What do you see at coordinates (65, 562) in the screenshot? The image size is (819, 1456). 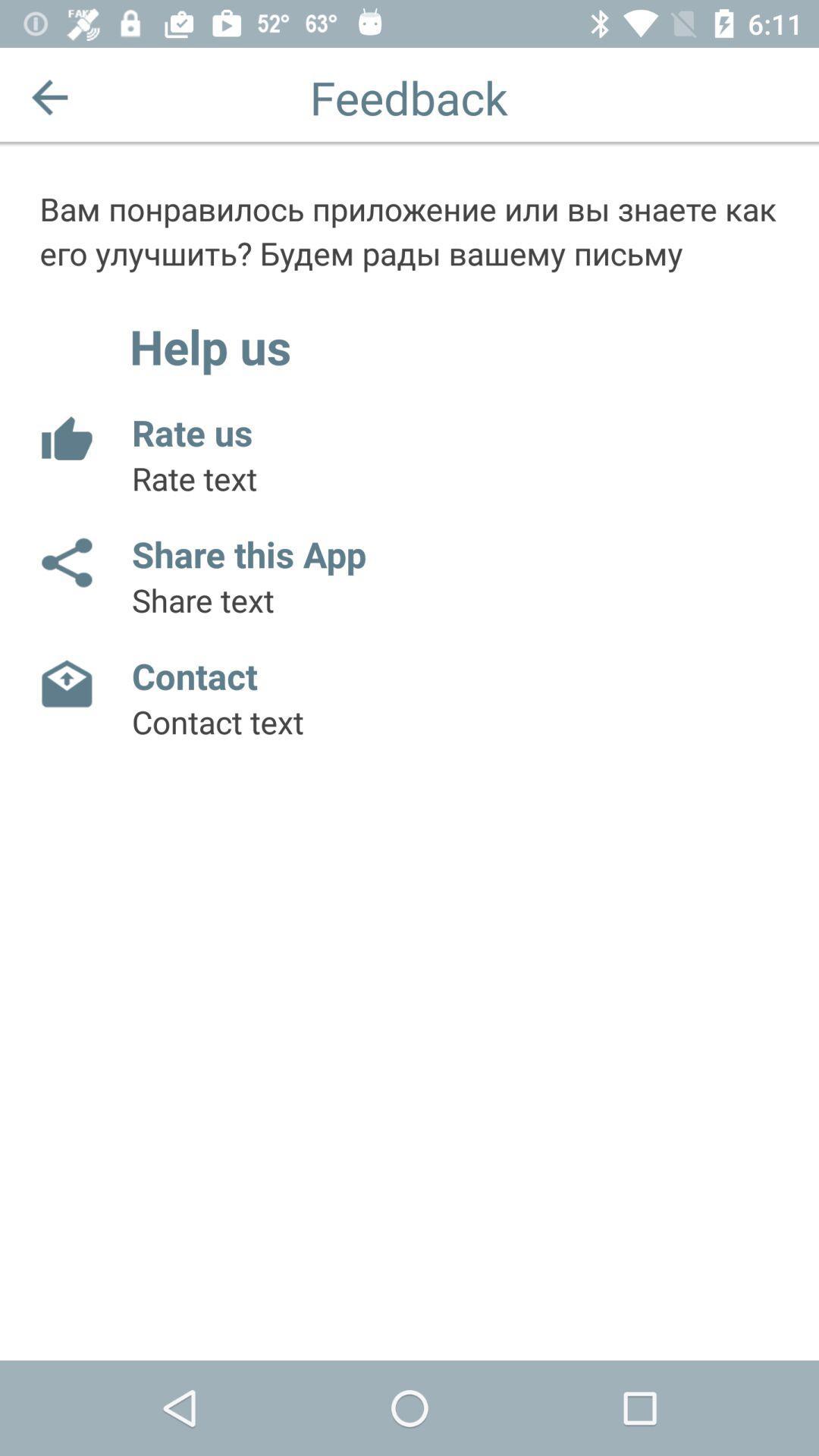 I see `the share icon` at bounding box center [65, 562].